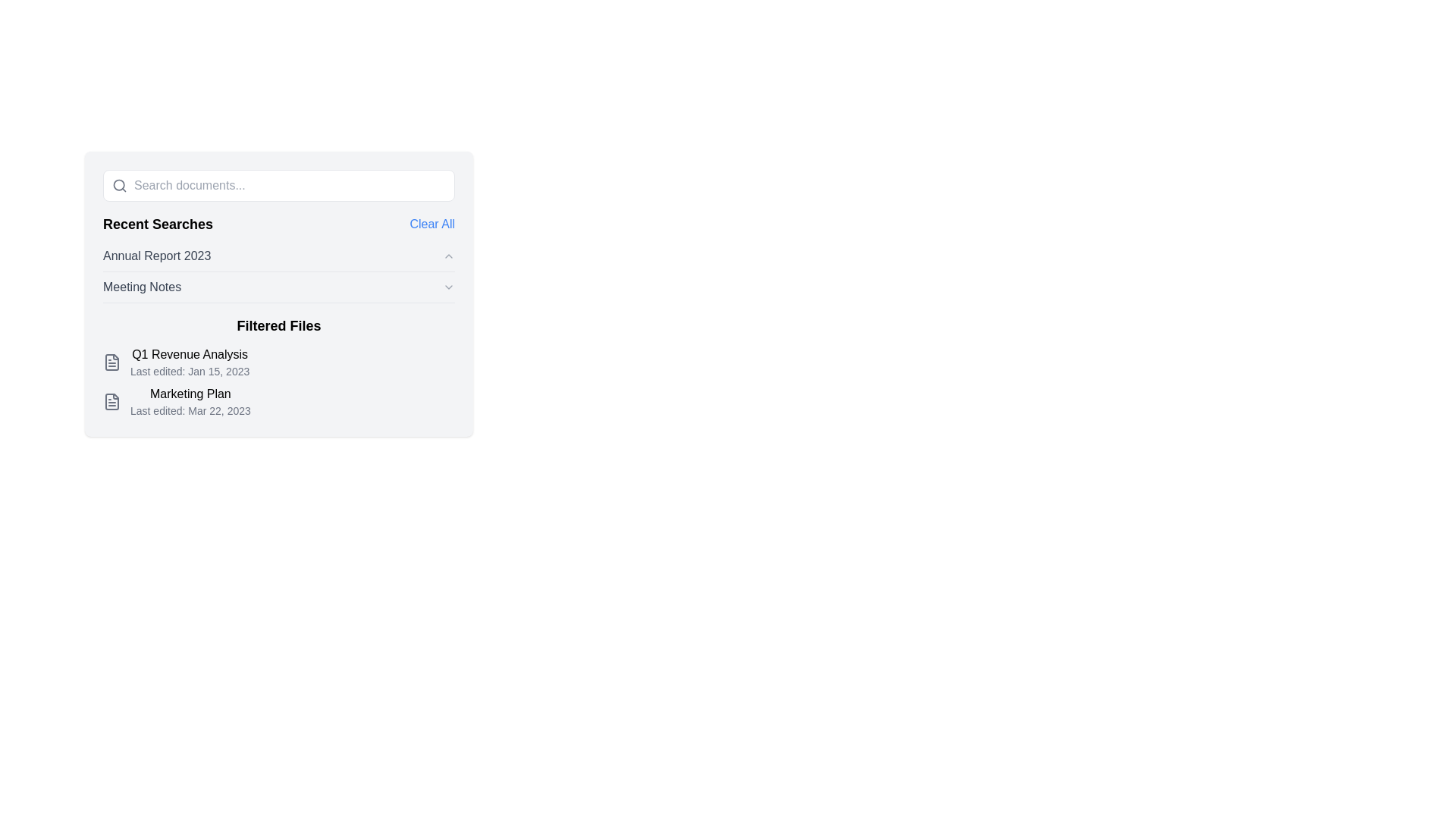  What do you see at coordinates (111, 362) in the screenshot?
I see `the graphical icon representing the 'Q1 Revenue Analysis' document, which is positioned below the 'Recent Searches' section in the 'Filtered Files' list, to access its associated text or link` at bounding box center [111, 362].